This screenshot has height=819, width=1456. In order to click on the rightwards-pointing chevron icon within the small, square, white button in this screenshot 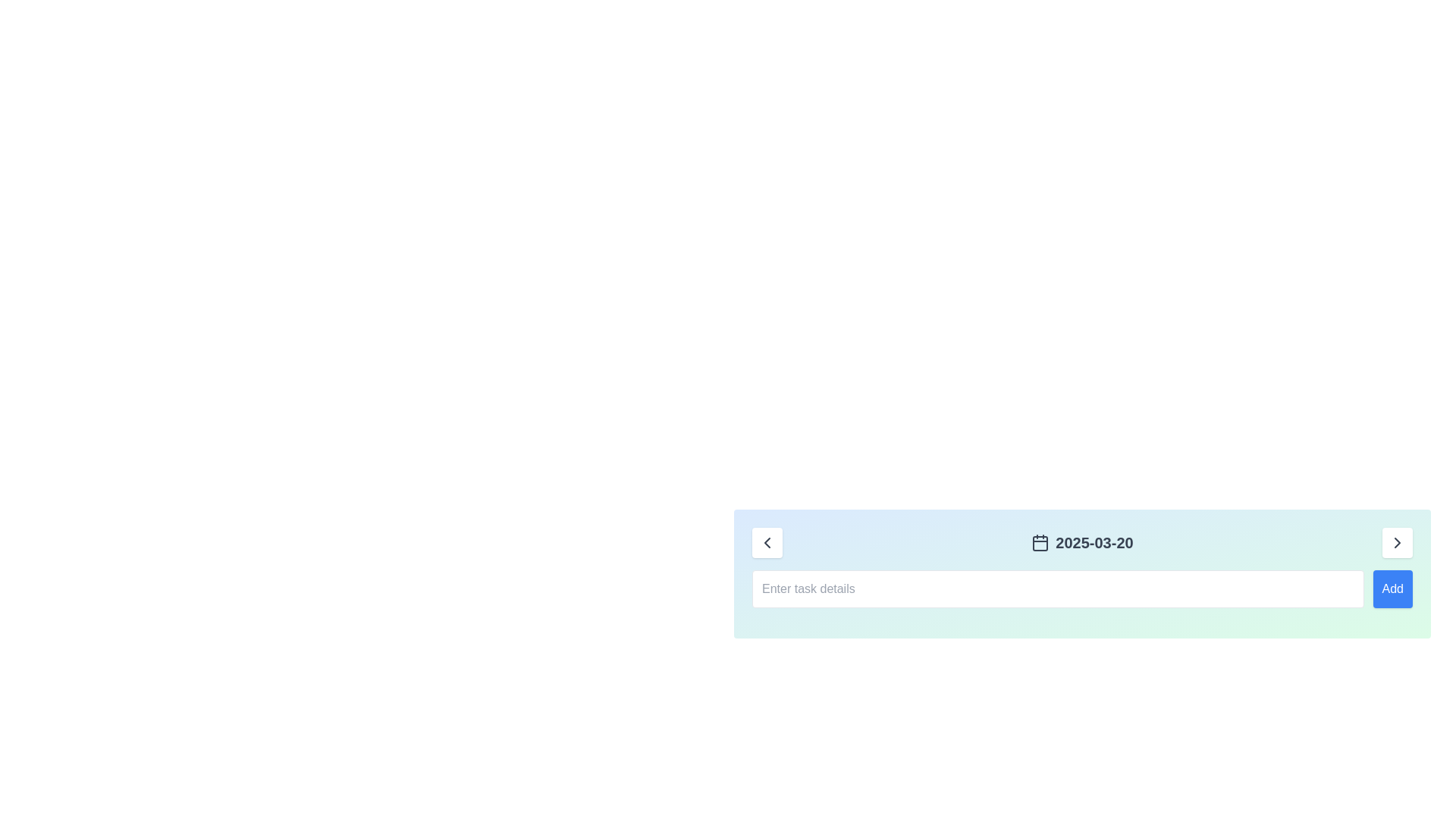, I will do `click(1397, 542)`.